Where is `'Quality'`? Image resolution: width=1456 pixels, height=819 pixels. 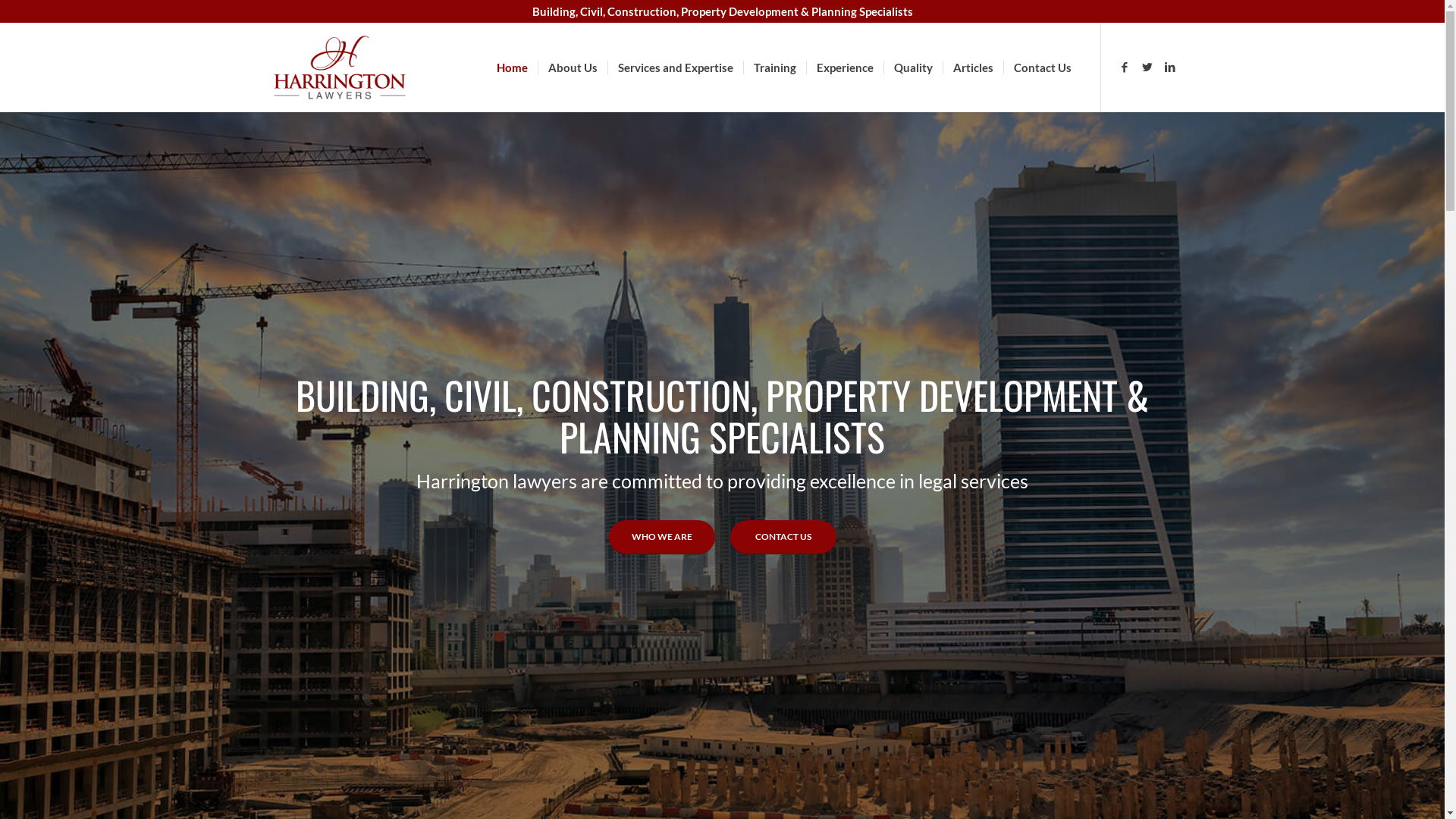
'Quality' is located at coordinates (882, 66).